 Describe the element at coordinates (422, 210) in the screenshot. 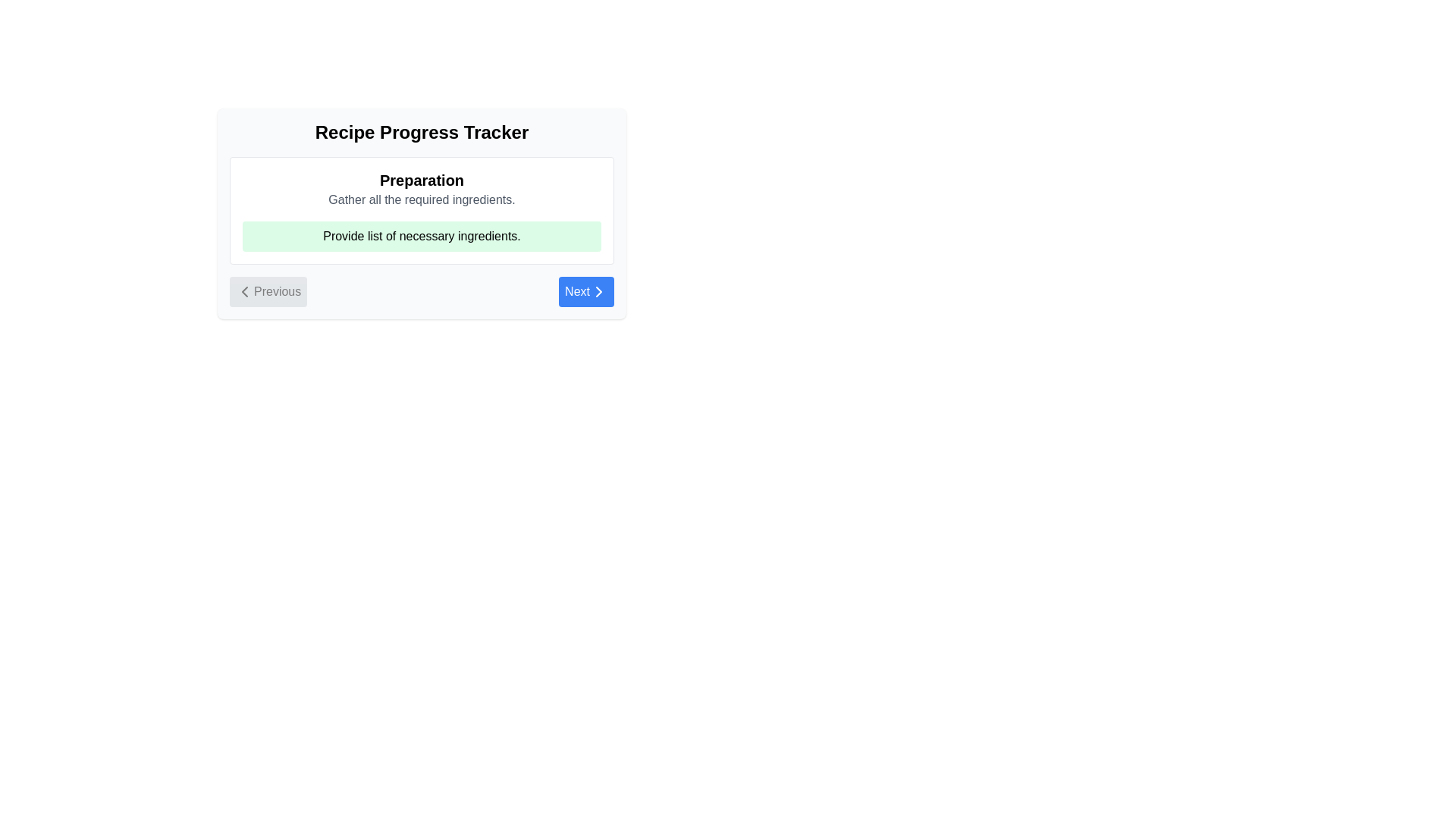

I see `information presented in the Instructional Section of the Recipe Progress Tracker, which is located centrally below the title and above the navigation buttons` at that location.